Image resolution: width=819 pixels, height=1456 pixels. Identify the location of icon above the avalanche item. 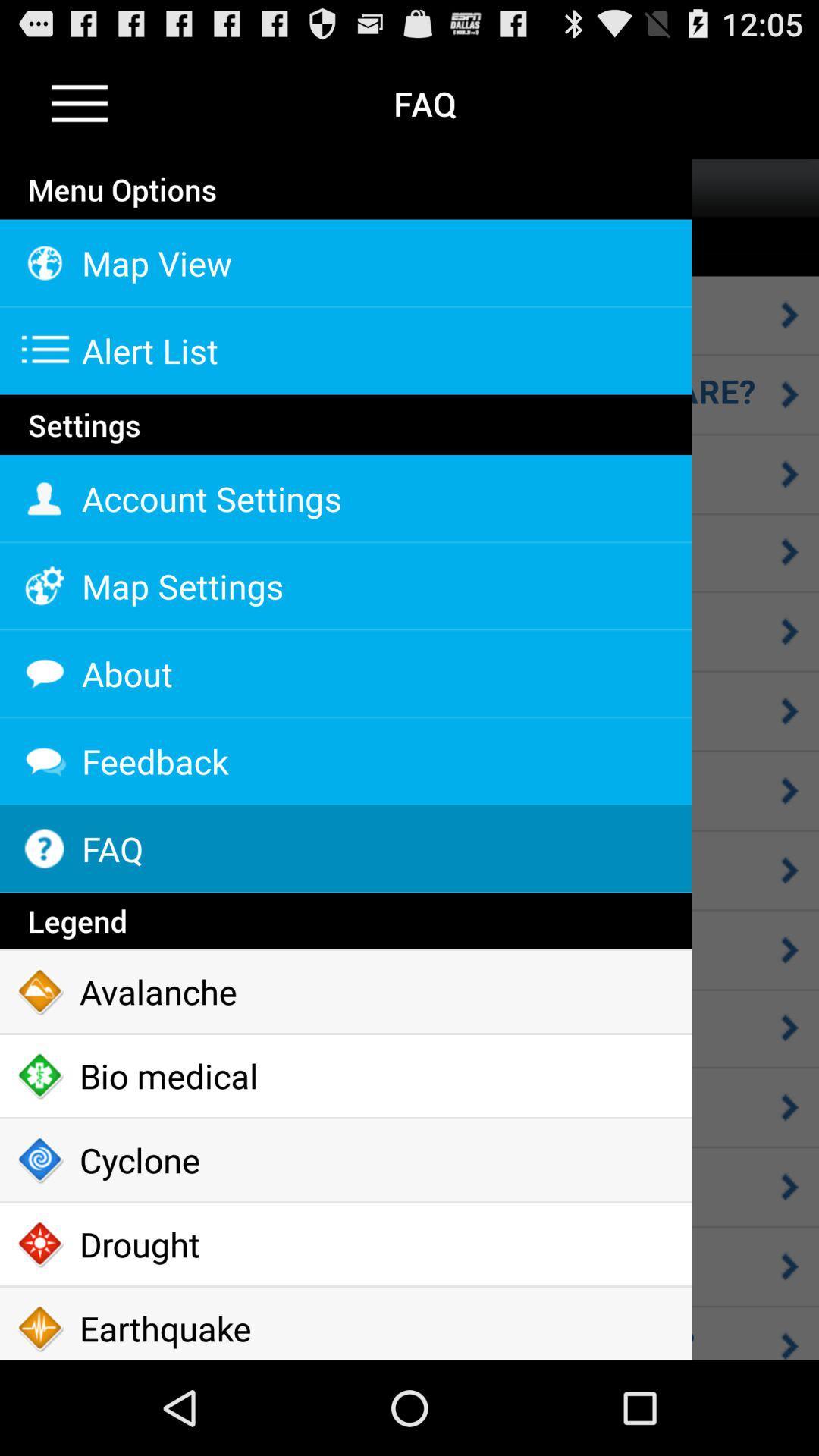
(345, 920).